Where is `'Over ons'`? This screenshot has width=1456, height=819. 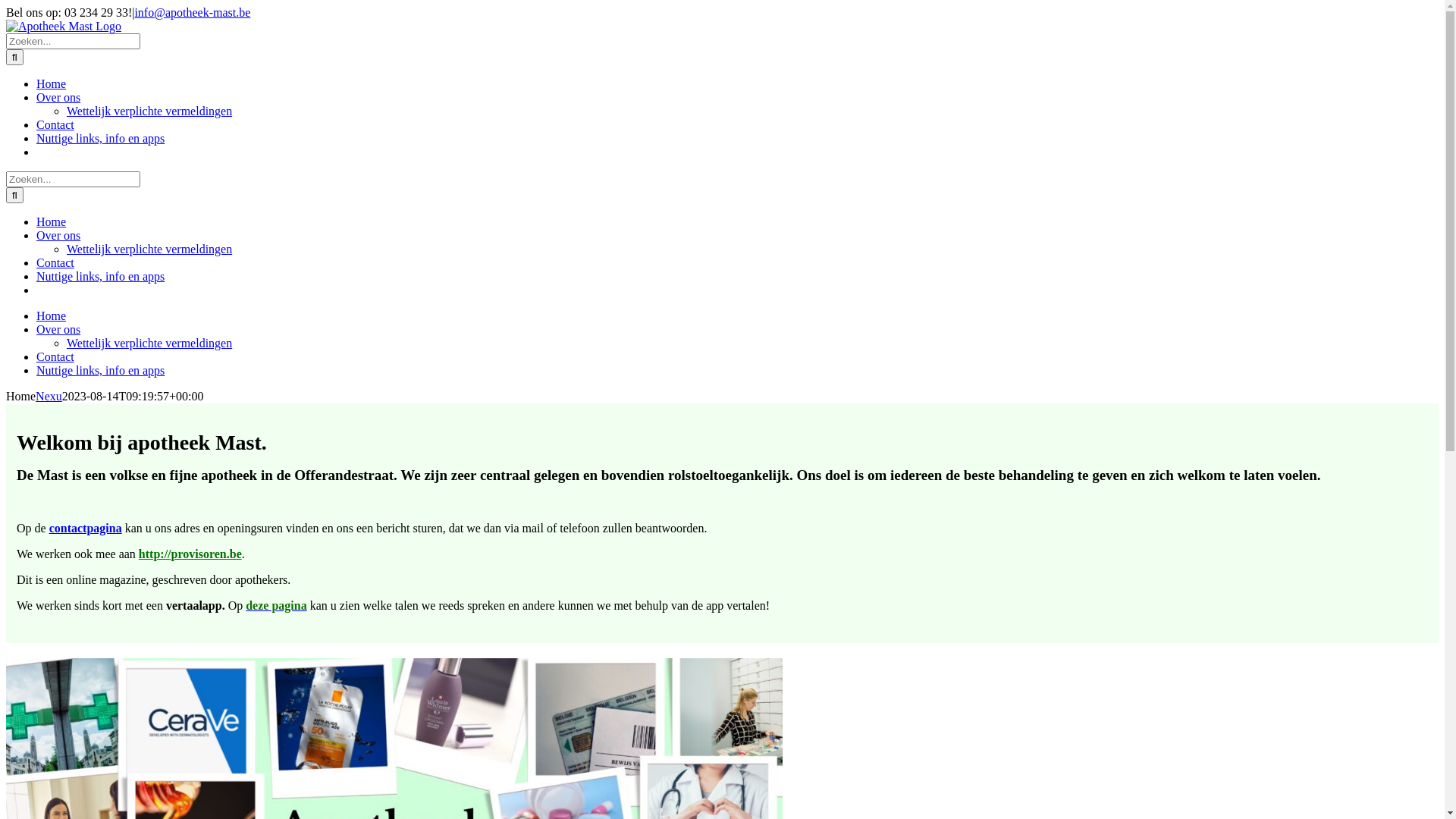 'Over ons' is located at coordinates (58, 97).